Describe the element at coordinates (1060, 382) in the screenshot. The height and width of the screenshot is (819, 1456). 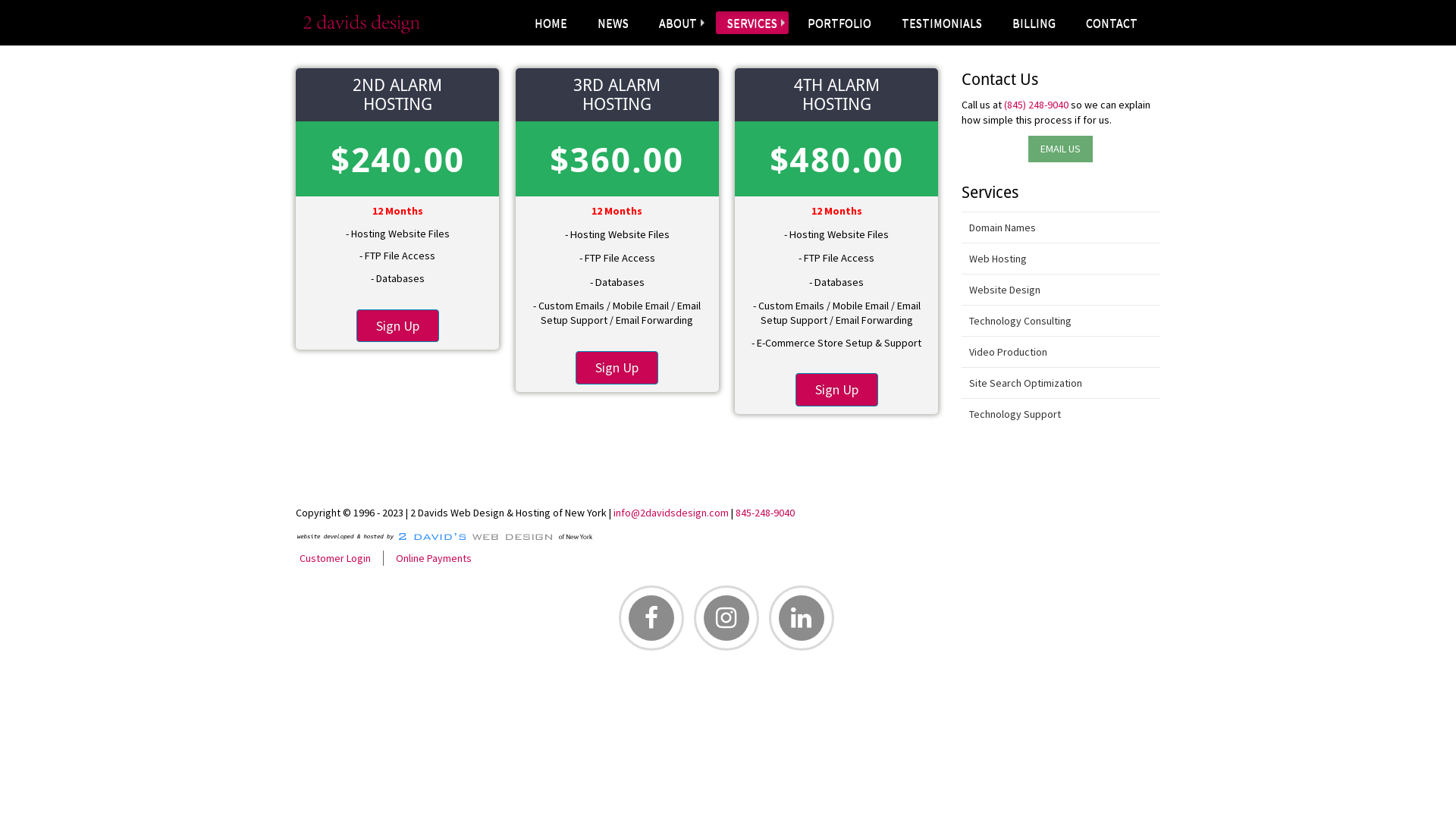
I see `'Site Search Optimization'` at that location.